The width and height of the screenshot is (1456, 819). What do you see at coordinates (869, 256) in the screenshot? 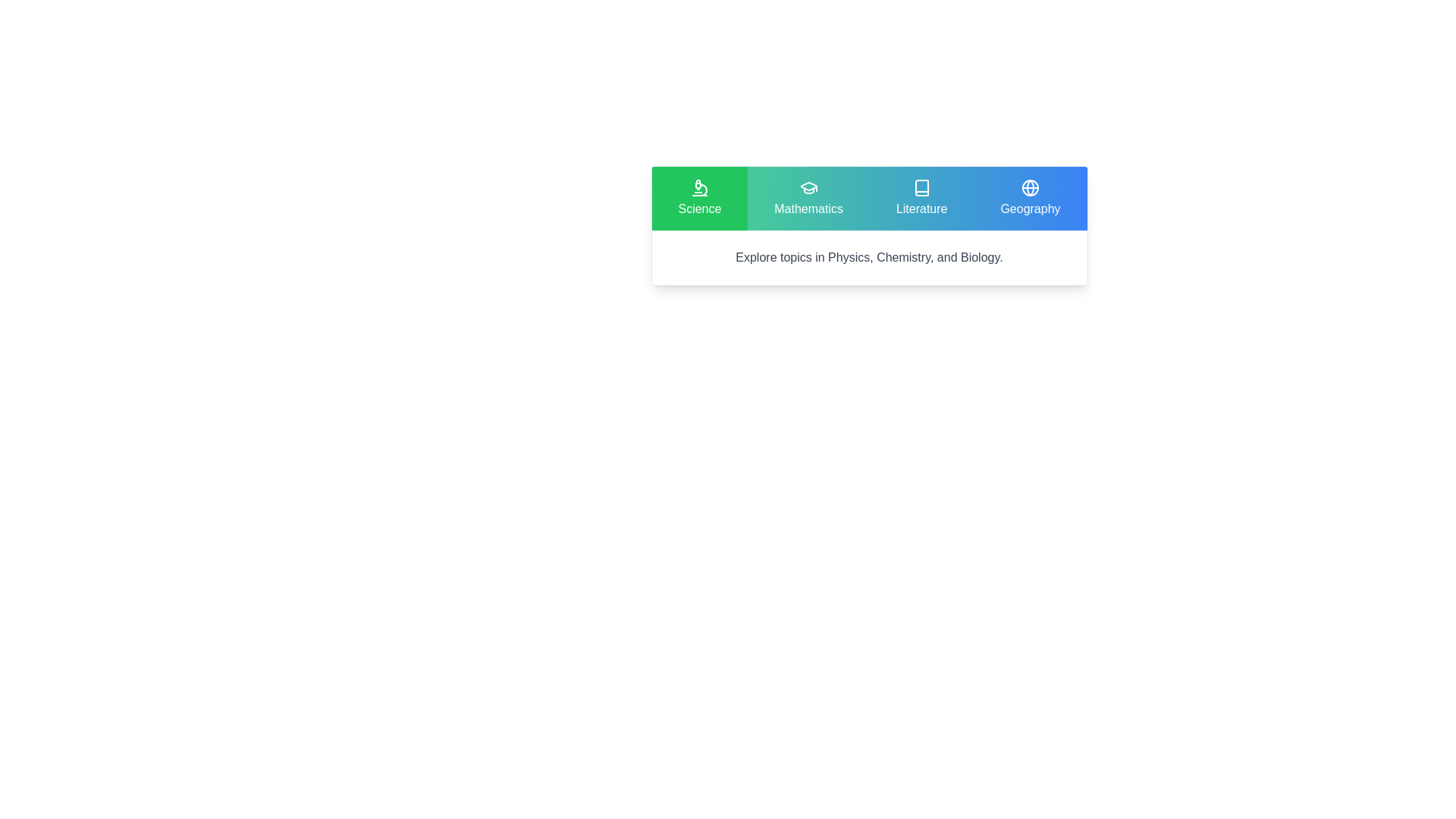
I see `the text label displaying 'Explore topics in Physics, Chemistry, and Biology.' which is centrally aligned under the category buttons` at bounding box center [869, 256].